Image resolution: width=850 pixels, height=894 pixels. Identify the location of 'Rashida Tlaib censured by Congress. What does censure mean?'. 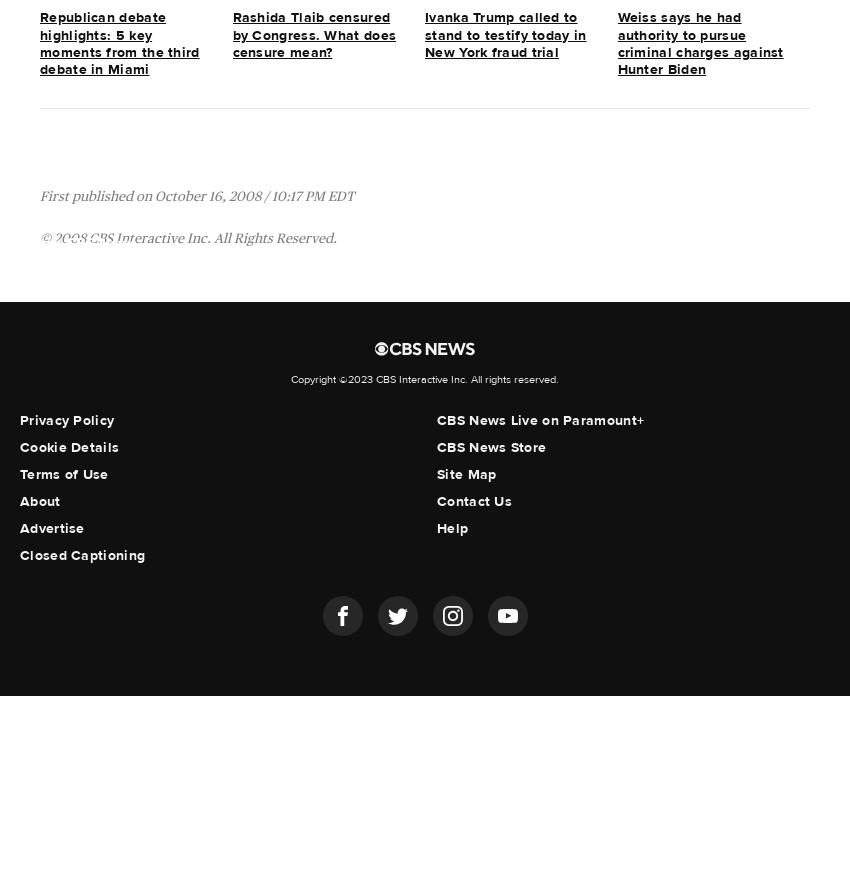
(313, 34).